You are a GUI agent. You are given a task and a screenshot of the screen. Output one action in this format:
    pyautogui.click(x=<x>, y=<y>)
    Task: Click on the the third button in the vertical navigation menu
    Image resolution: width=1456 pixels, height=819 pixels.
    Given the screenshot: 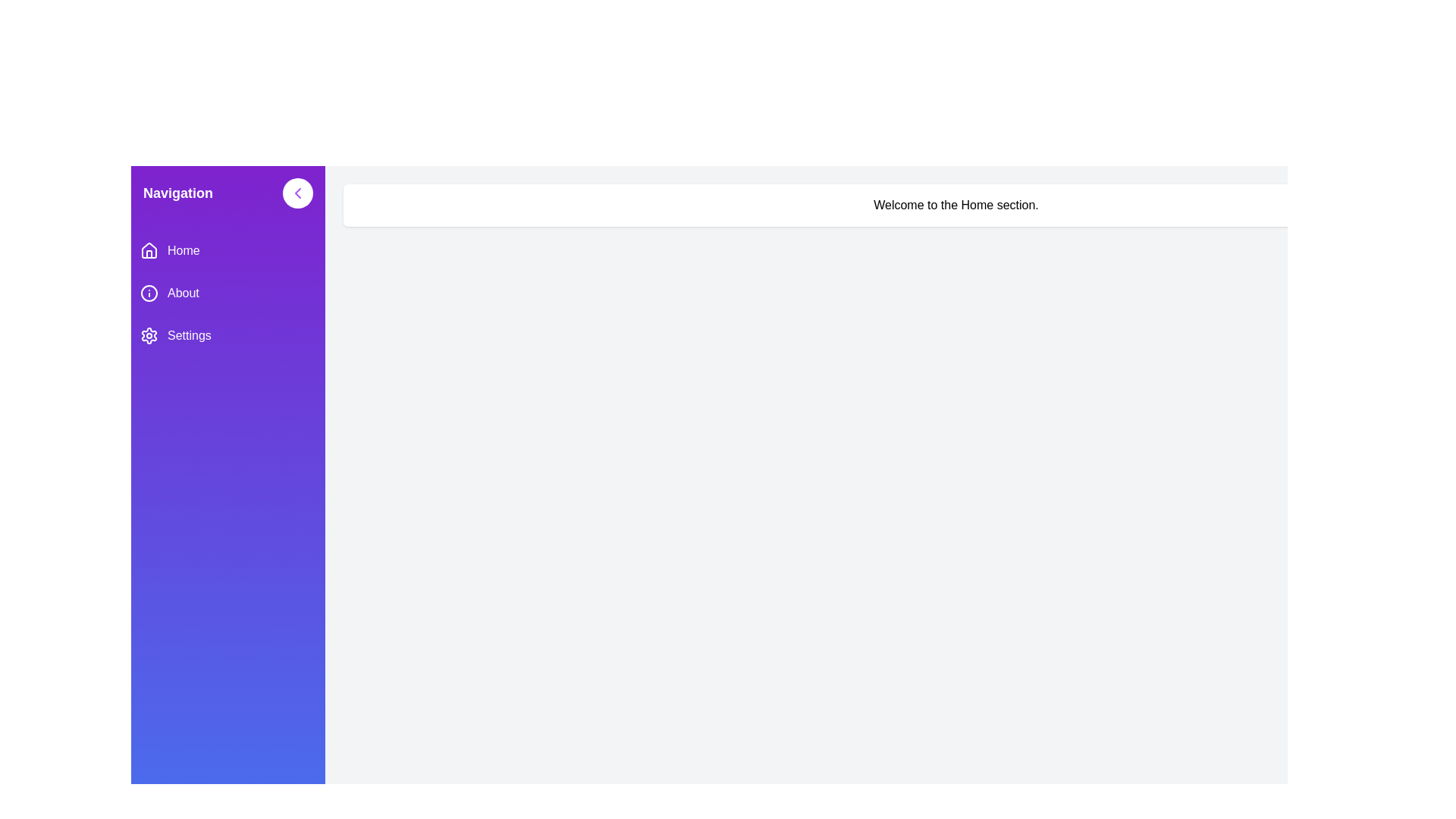 What is the action you would take?
    pyautogui.click(x=227, y=335)
    